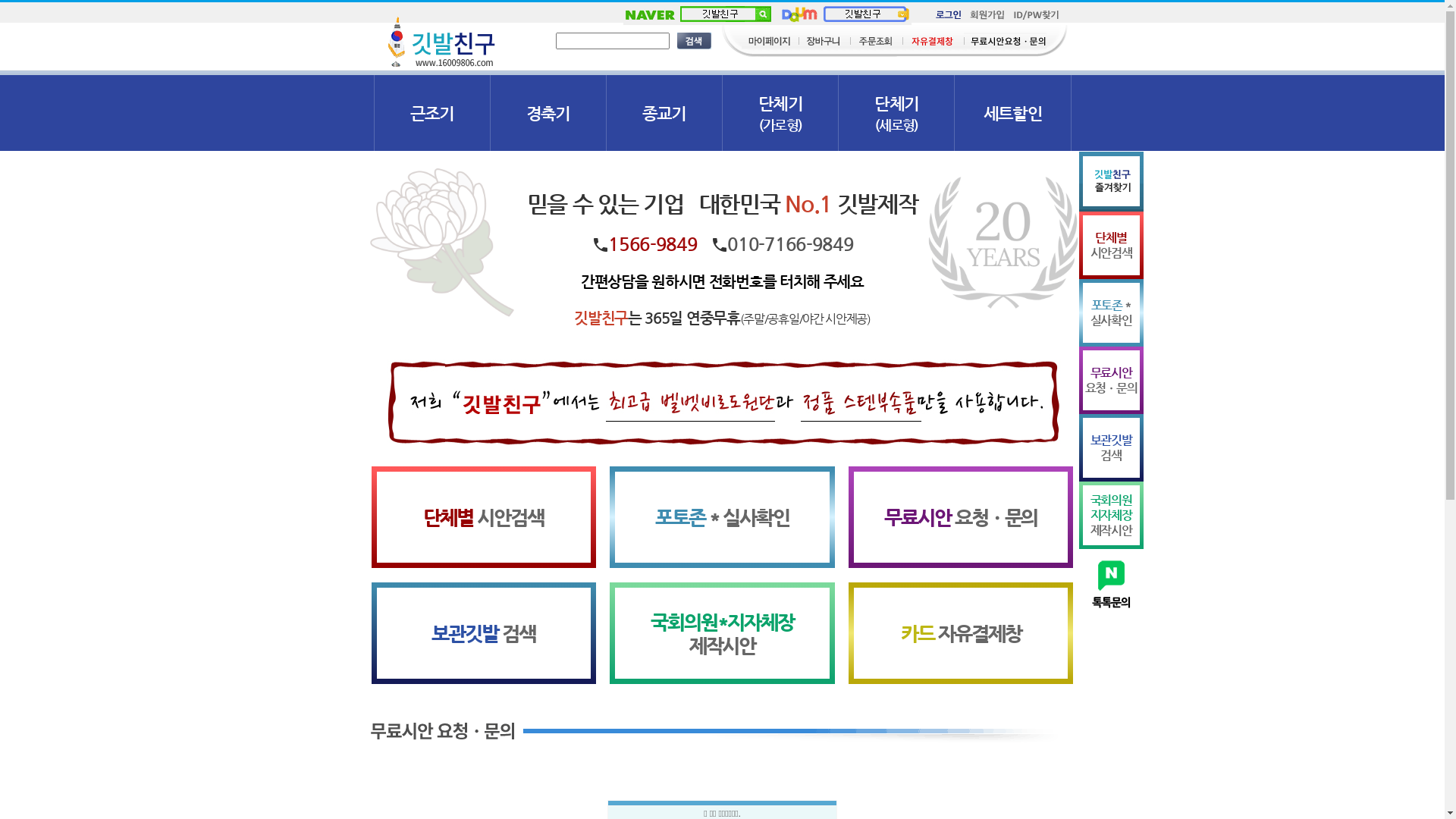 The width and height of the screenshot is (1456, 819). I want to click on '1566-9849', so click(652, 243).